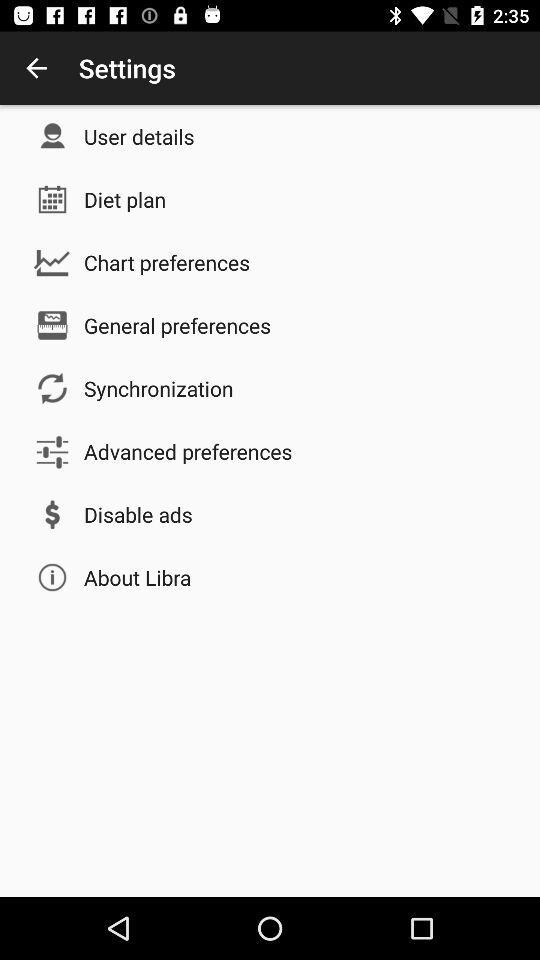 Image resolution: width=540 pixels, height=960 pixels. What do you see at coordinates (177, 325) in the screenshot?
I see `app below the chart preferences icon` at bounding box center [177, 325].